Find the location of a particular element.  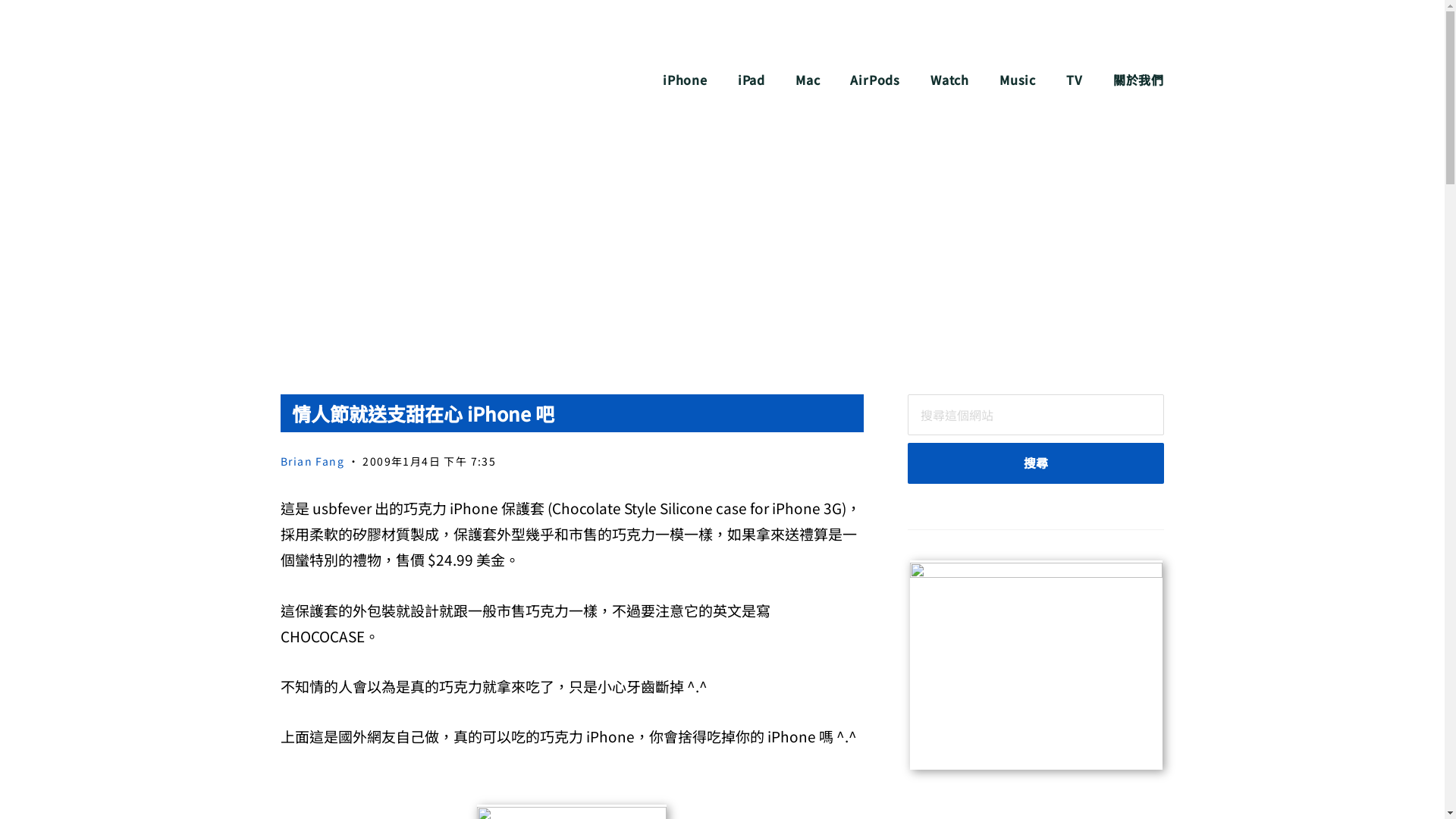

'Advertisement' is located at coordinates (720, 256).